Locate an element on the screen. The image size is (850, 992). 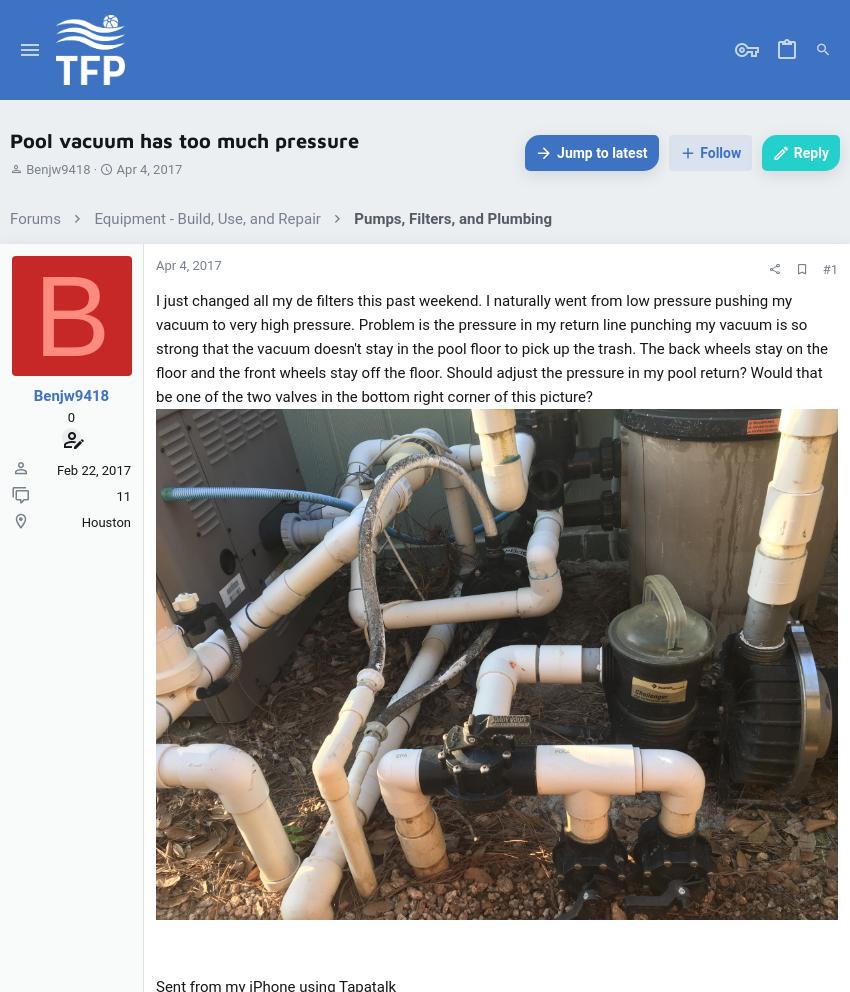
'I just changed all my de filters this past weekend. I naturally went from low pressure pushing my vacuum to very high pressure. Problem is the pressure in my return line punching my vacuum is so strong that the vacuum doesn't stay in the pool floor to pick up the trash. The back wheels stay on the floor and the front wheels stay off the floor. Should adjust the pressure in my pool return?  Would that be one of the two valves in the bottom right corner of this picture?' is located at coordinates (491, 346).